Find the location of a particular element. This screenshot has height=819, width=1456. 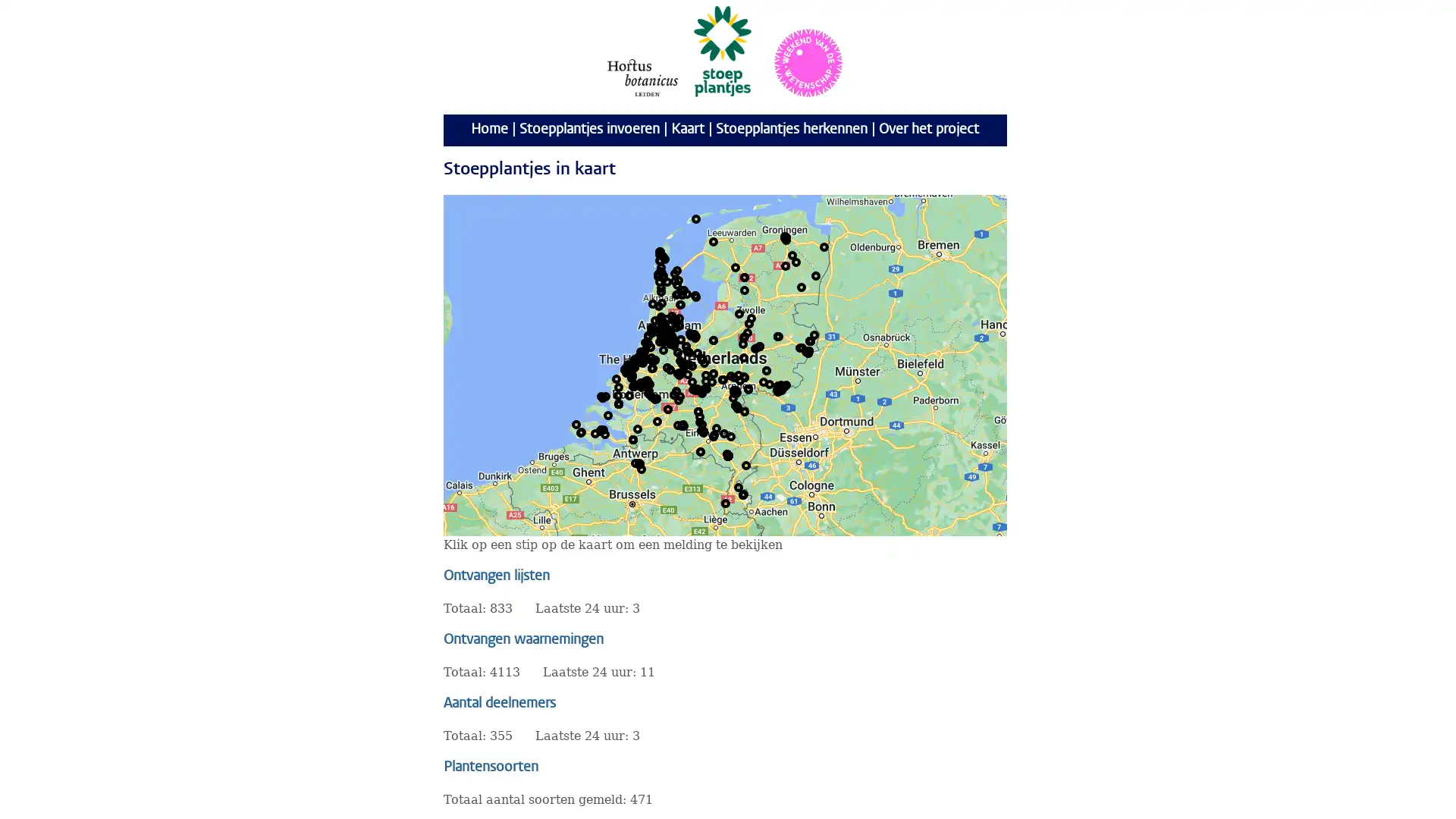

Telling van op 12 november 2021 is located at coordinates (660, 250).